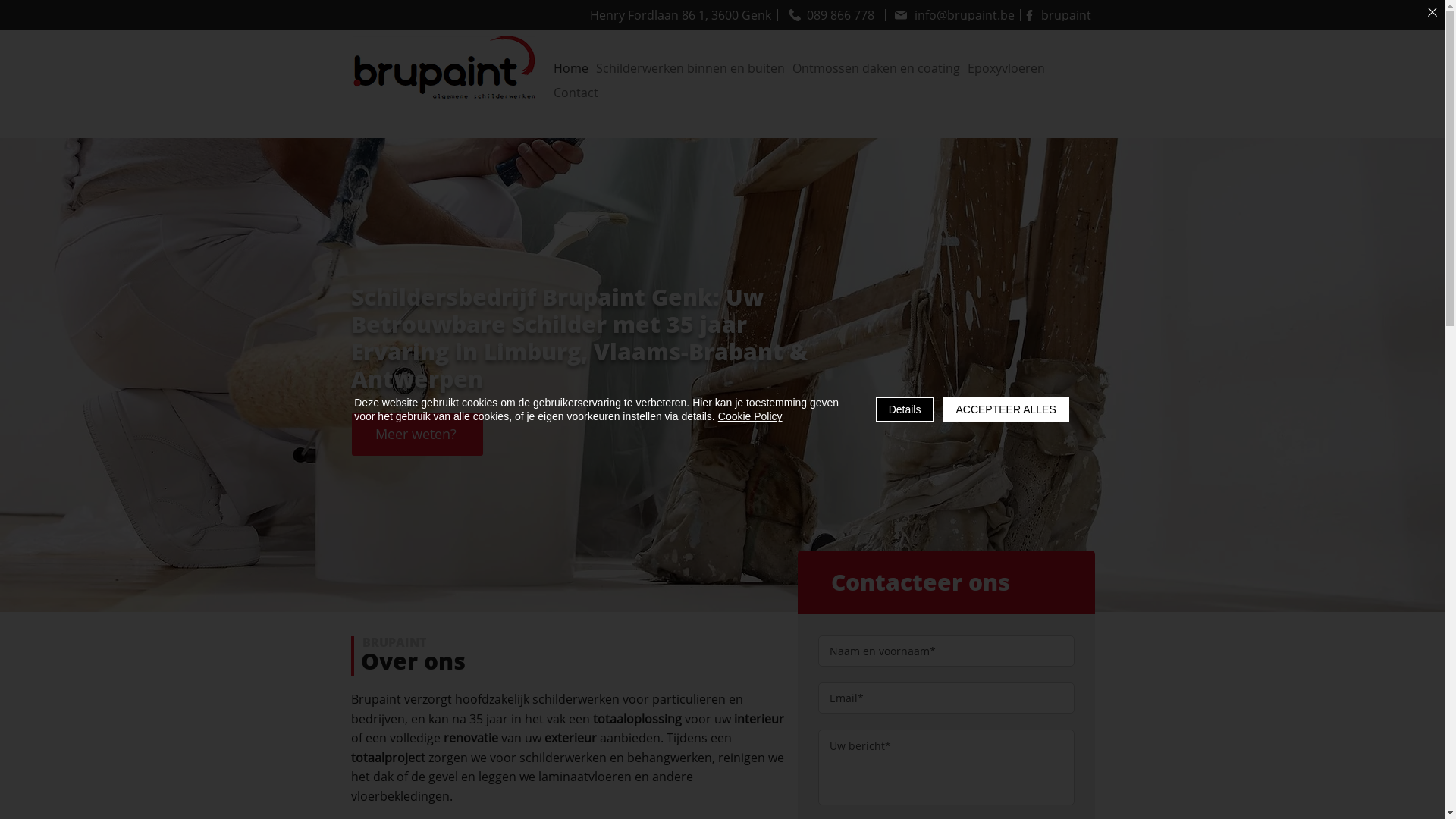  What do you see at coordinates (1005, 409) in the screenshot?
I see `'ACCEPTEER ALLES'` at bounding box center [1005, 409].